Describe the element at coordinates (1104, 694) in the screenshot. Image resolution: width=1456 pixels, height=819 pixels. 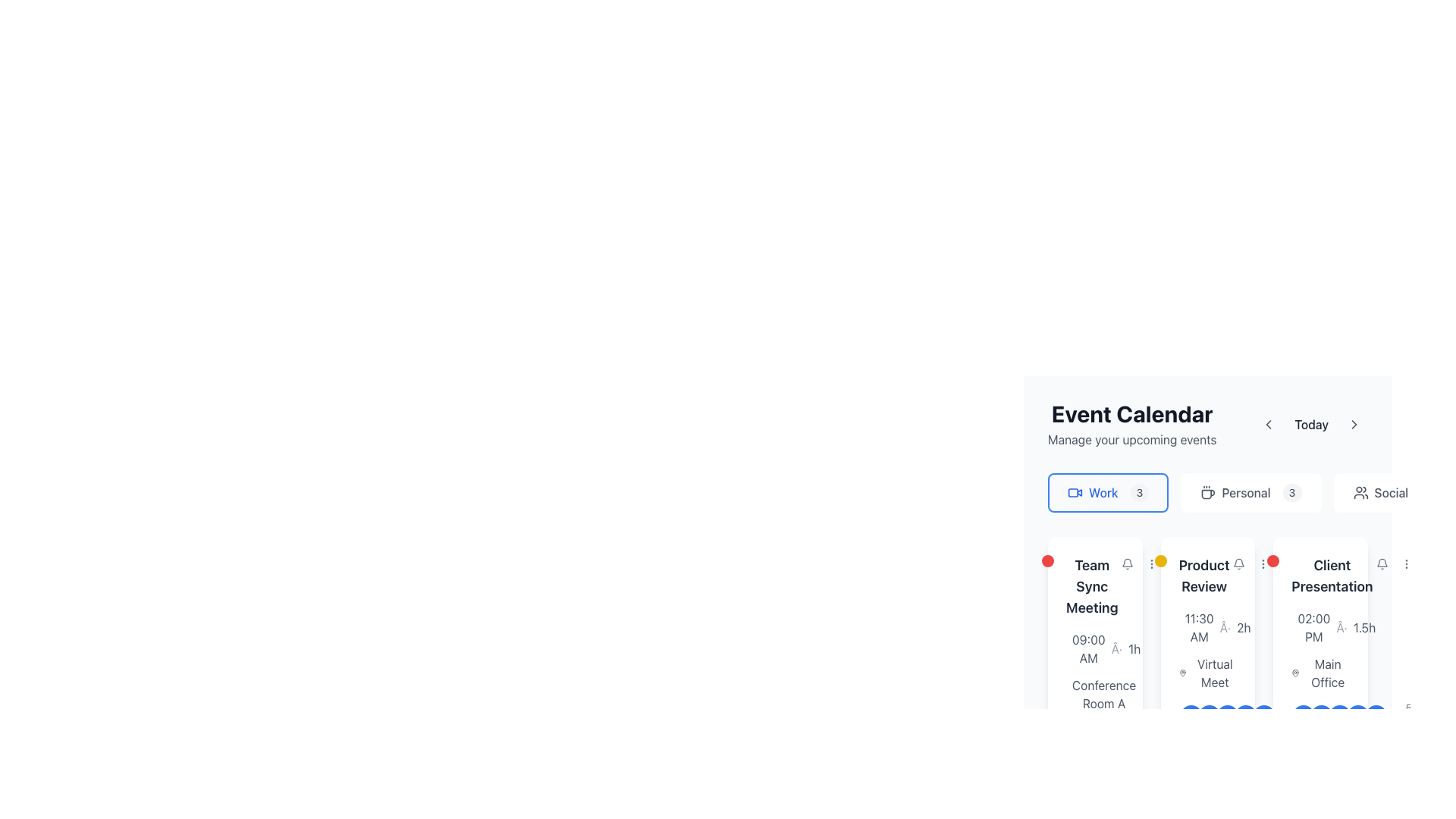
I see `the Text Label displaying 'Conference Room A' located at the bottom of the event card for 'Team Sync Meeting'` at that location.